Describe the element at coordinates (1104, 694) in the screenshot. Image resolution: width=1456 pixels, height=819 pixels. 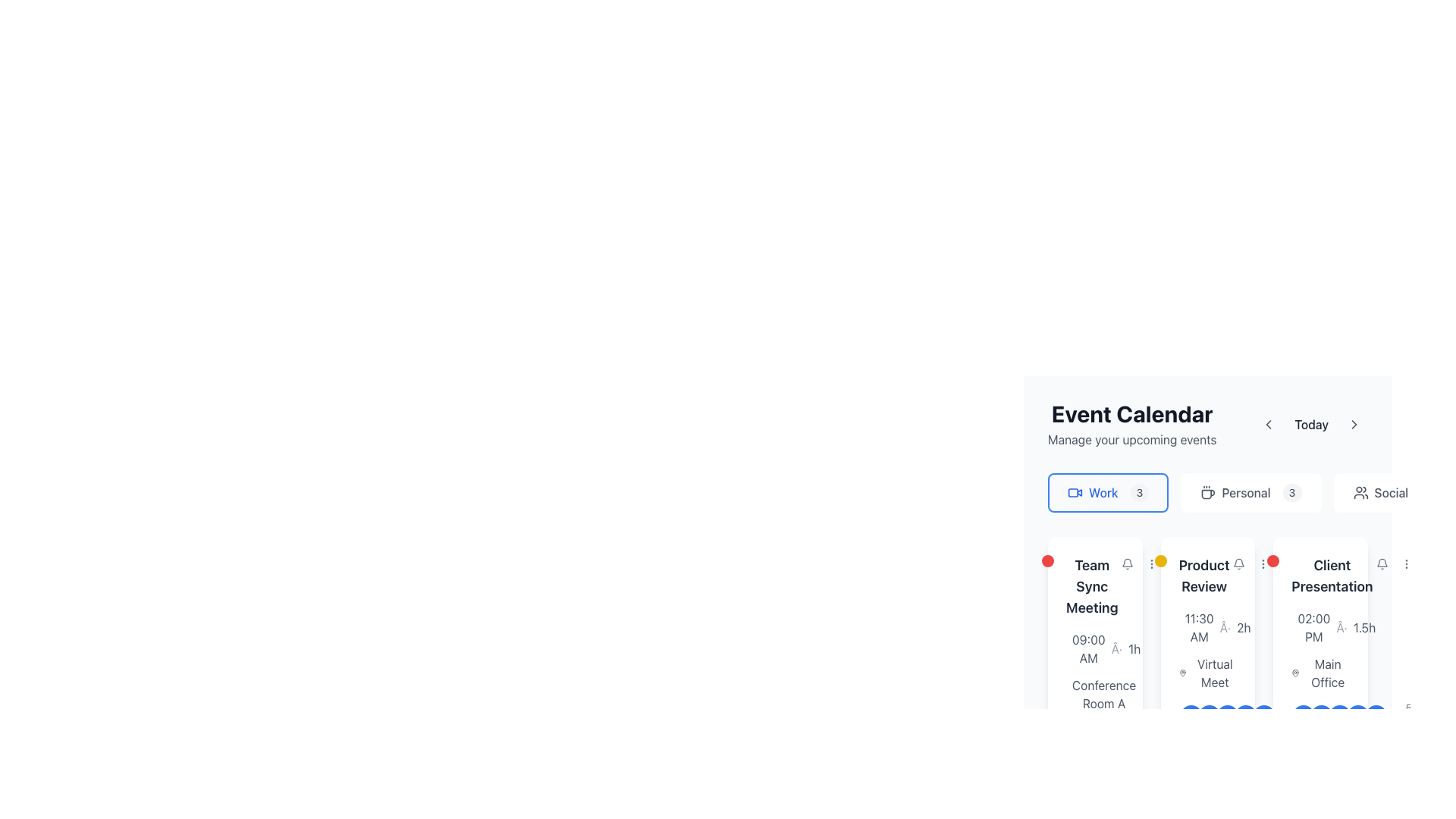
I see `the Text Label displaying 'Conference Room A' located at the bottom of the event card for 'Team Sync Meeting'` at that location.